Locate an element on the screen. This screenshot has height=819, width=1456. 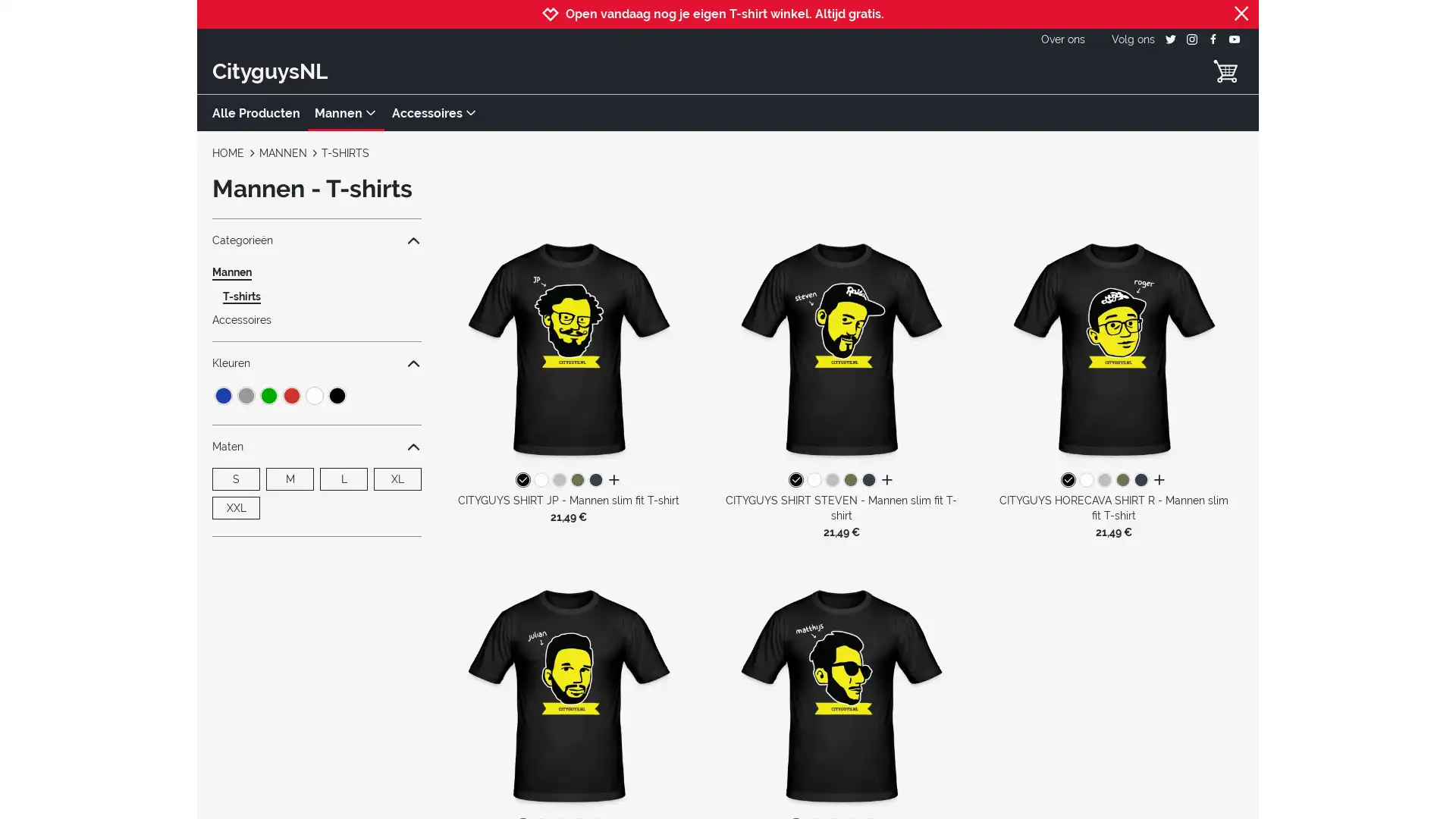
navy is located at coordinates (868, 480).